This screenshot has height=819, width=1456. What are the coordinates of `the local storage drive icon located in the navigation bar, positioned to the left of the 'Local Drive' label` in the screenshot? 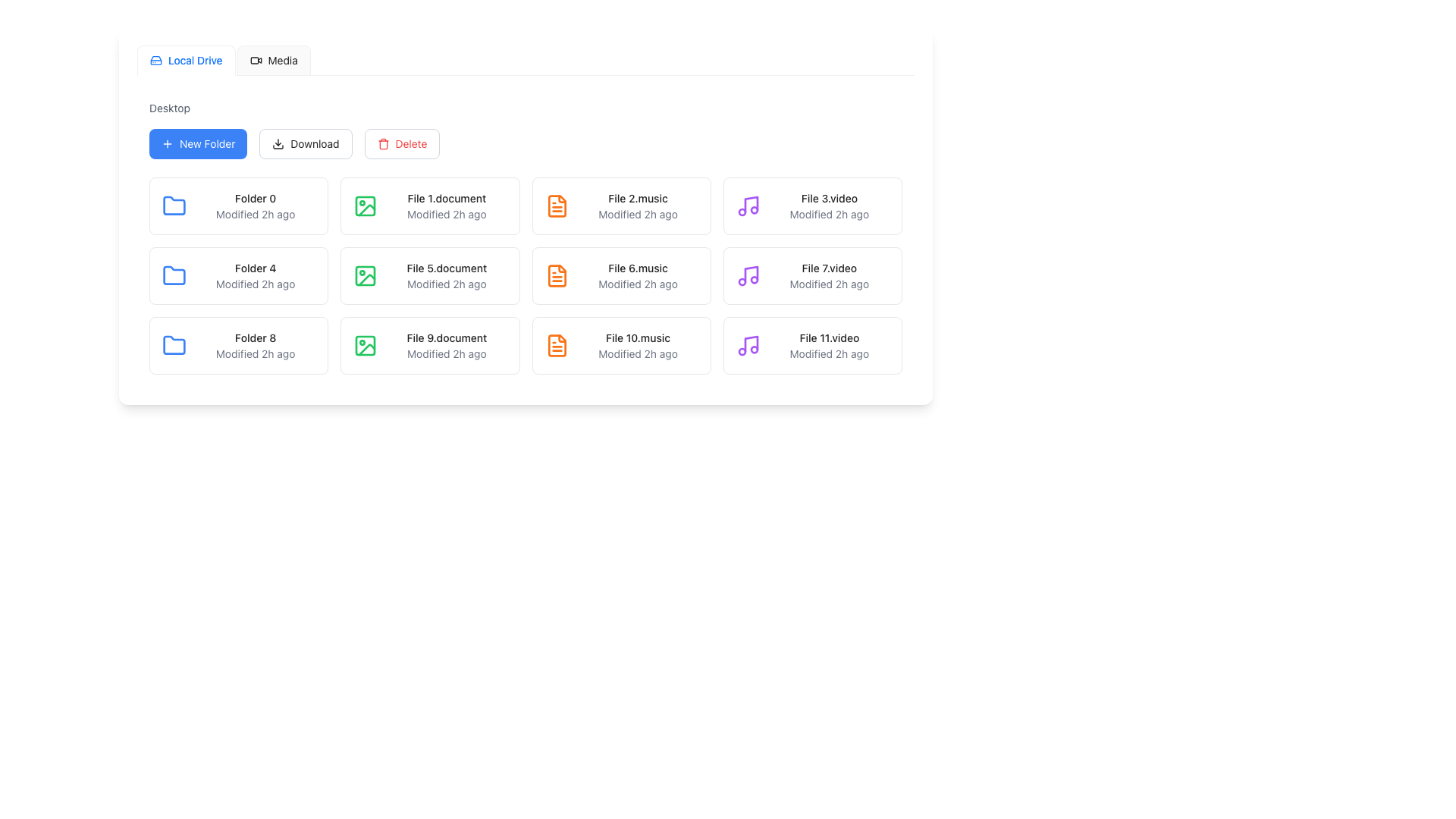 It's located at (156, 60).